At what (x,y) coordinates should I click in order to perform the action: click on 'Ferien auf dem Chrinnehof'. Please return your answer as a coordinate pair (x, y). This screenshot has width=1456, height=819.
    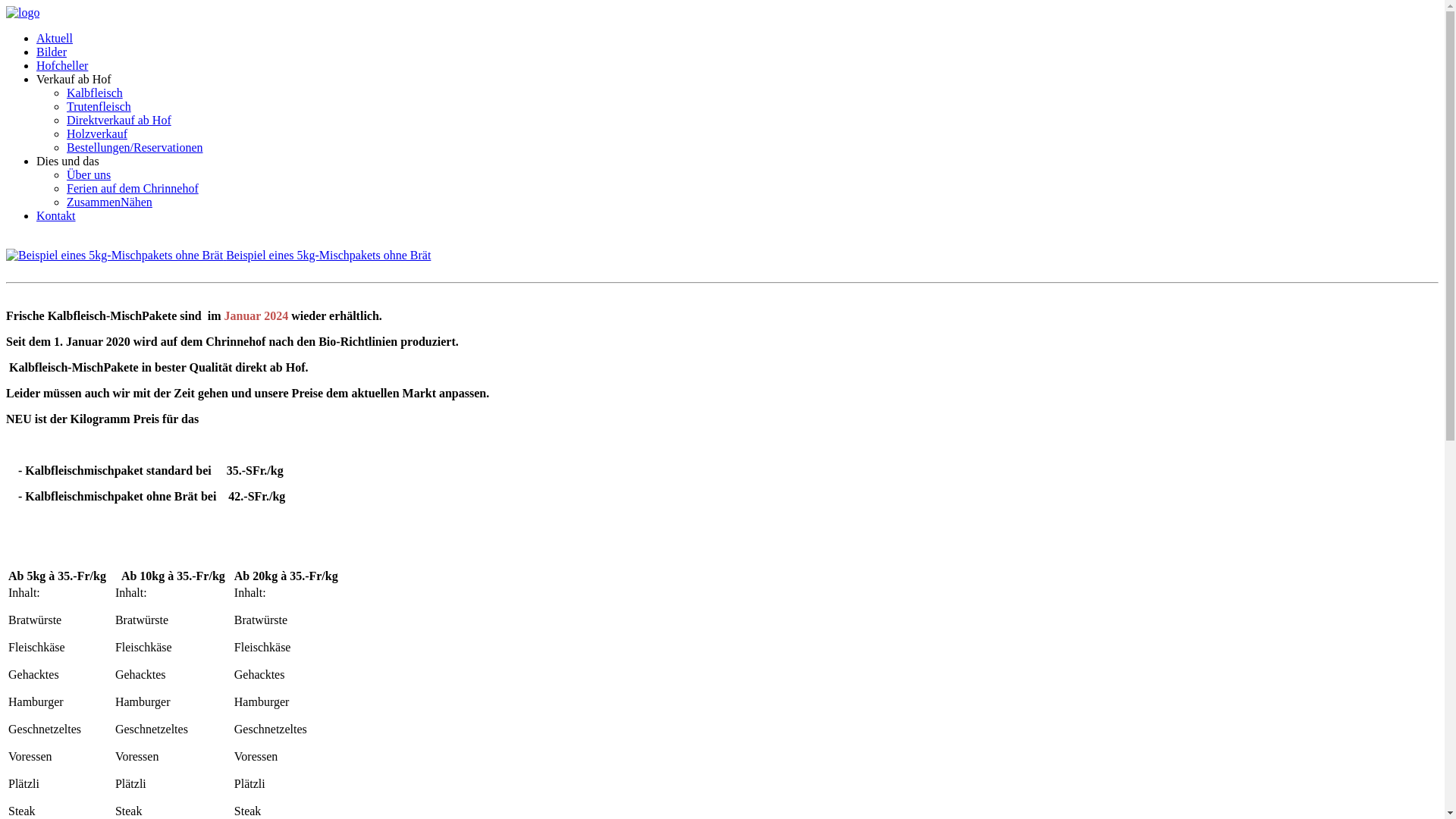
    Looking at the image, I should click on (132, 187).